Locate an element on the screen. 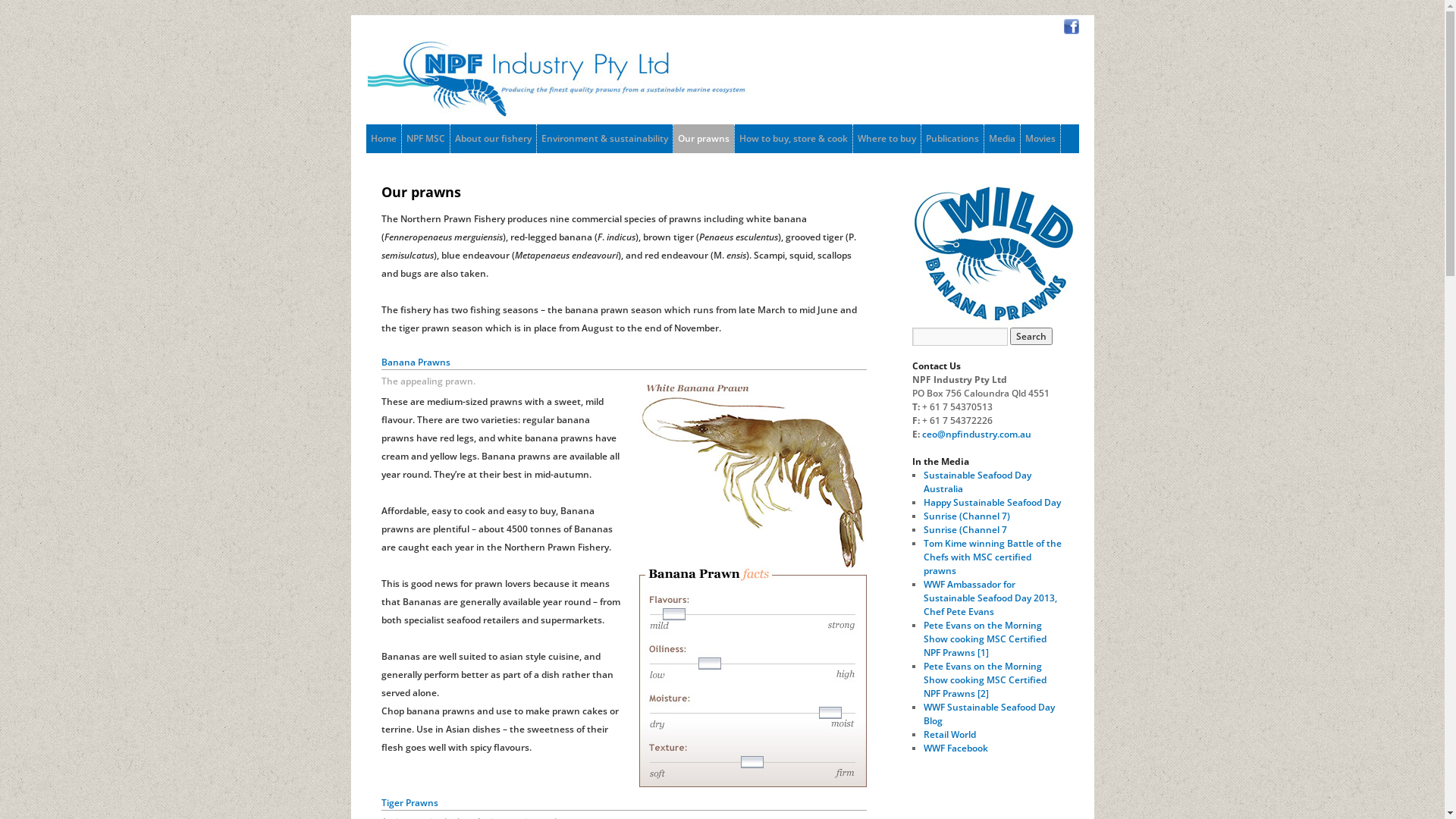 This screenshot has height=819, width=1456. 'Media' is located at coordinates (1002, 138).